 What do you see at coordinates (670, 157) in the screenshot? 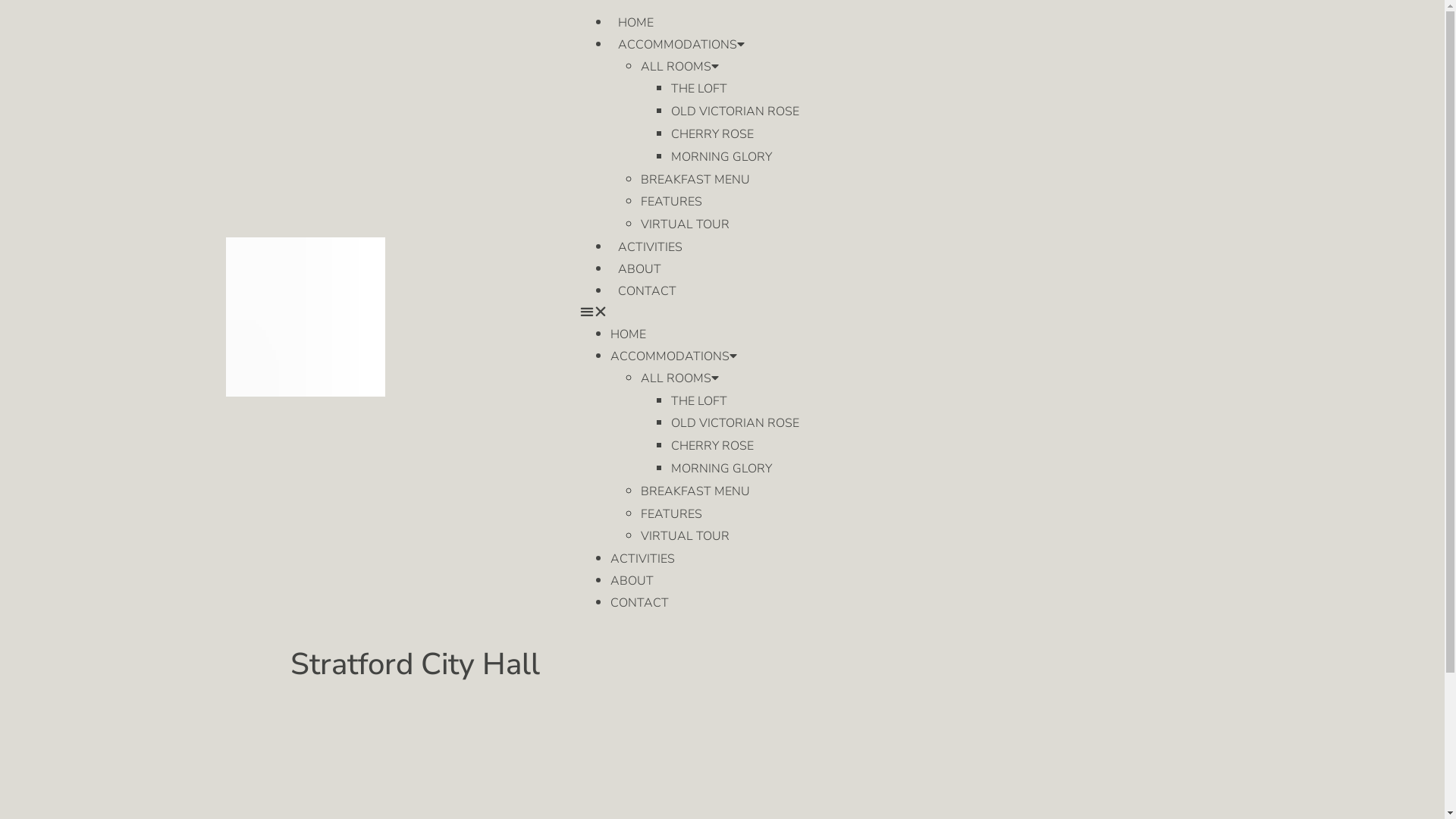
I see `'MORNING GLORY'` at bounding box center [670, 157].